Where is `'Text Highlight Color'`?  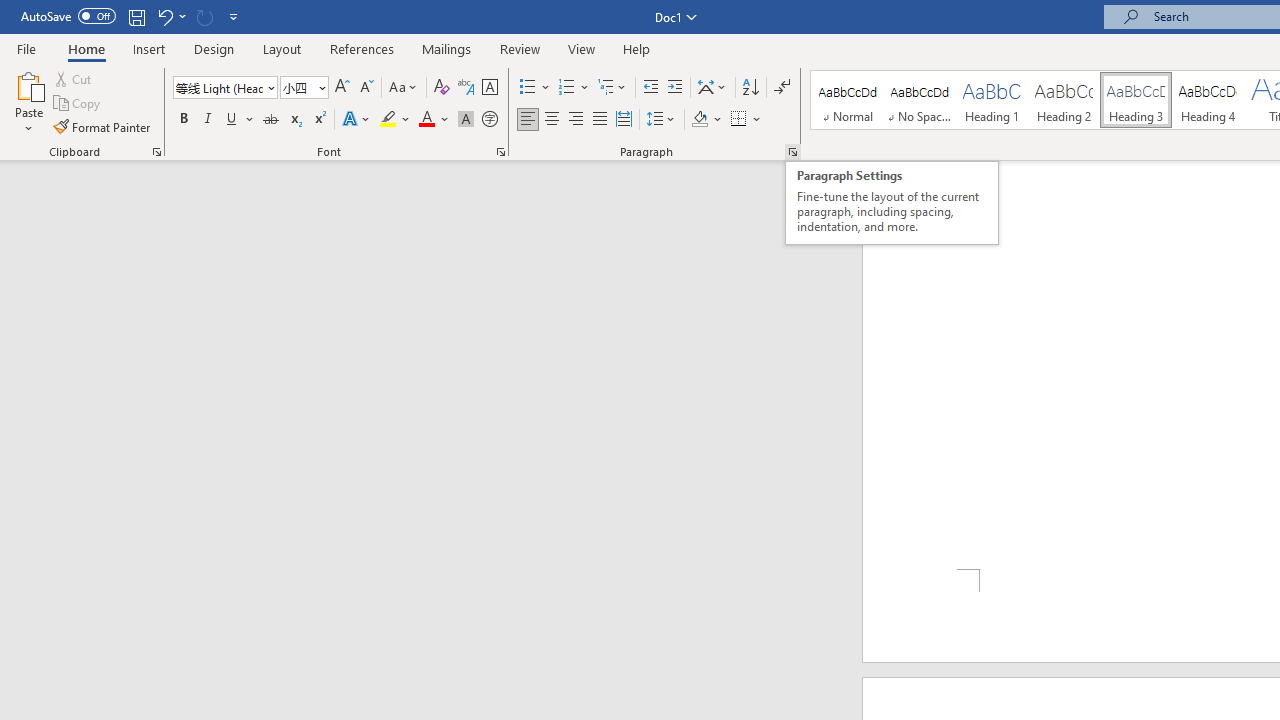 'Text Highlight Color' is located at coordinates (395, 119).